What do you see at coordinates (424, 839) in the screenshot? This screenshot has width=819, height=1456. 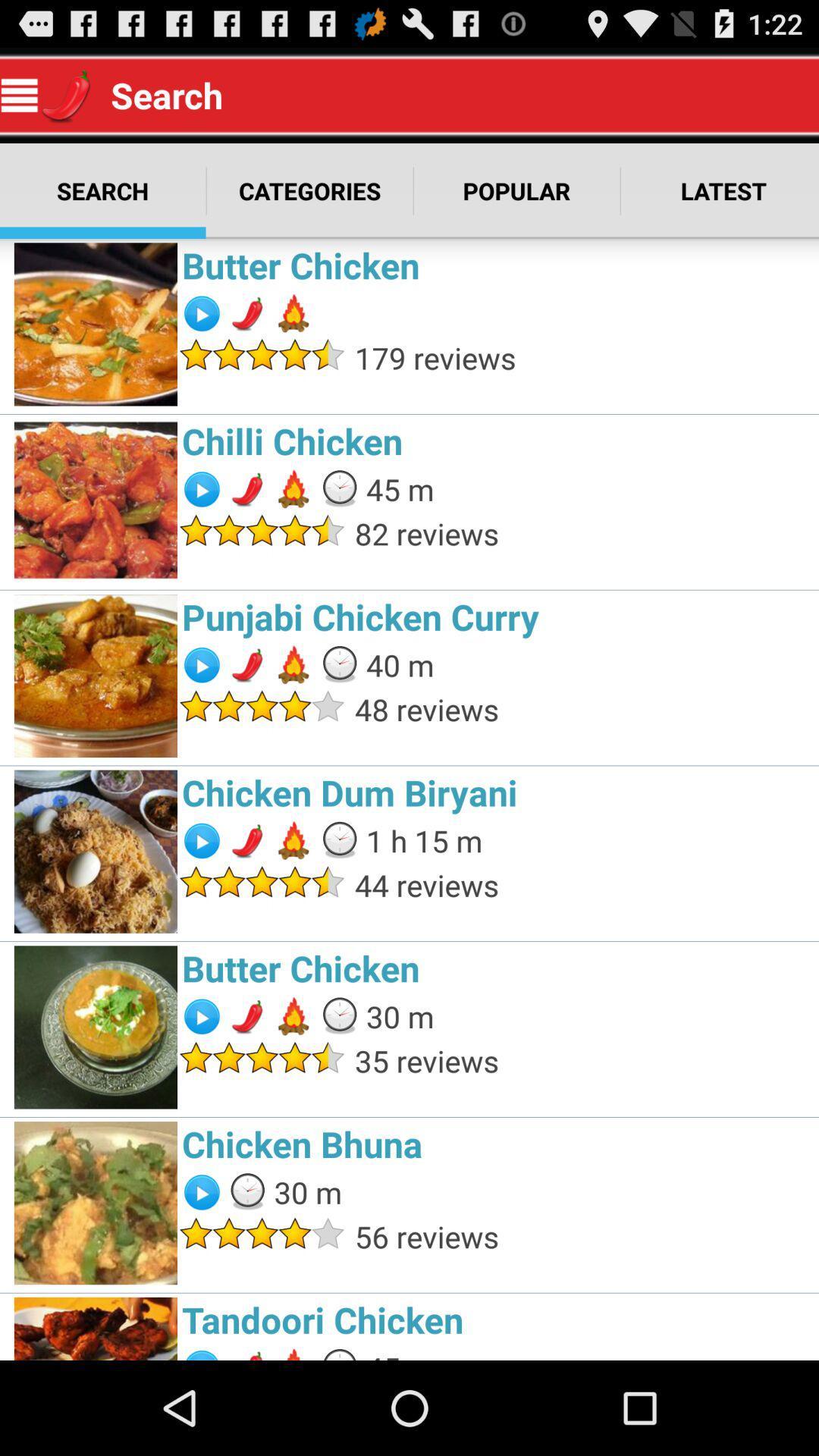 I see `the icon below the chicken dum biryani app` at bounding box center [424, 839].